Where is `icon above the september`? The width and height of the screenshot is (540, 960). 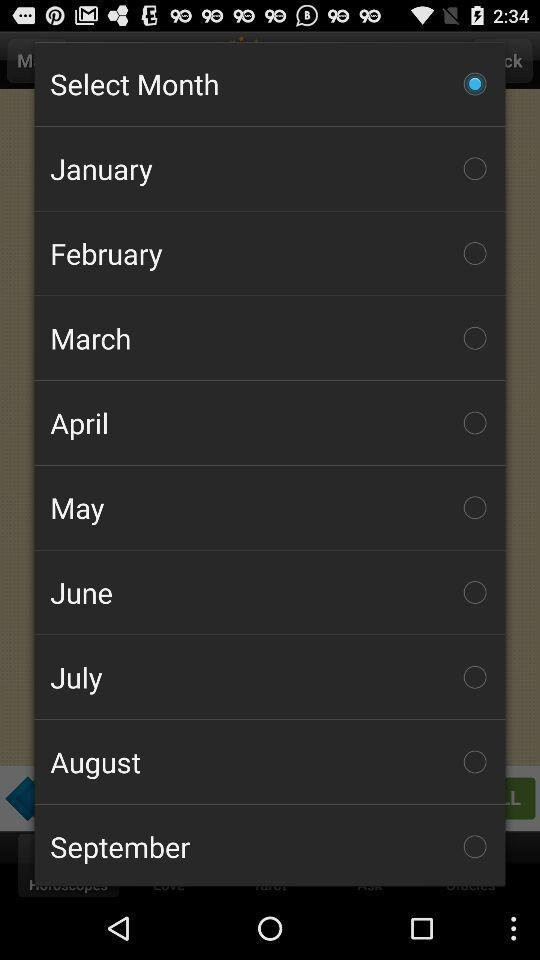 icon above the september is located at coordinates (270, 760).